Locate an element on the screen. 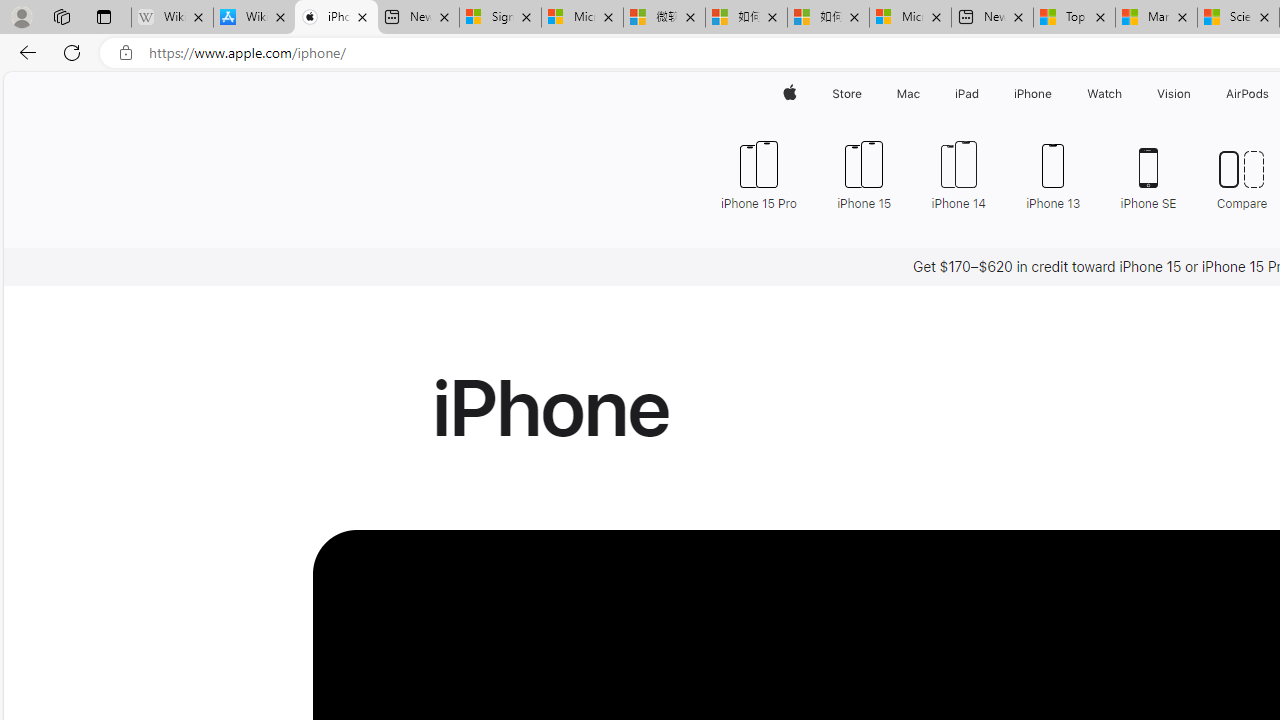  'Vision' is located at coordinates (1175, 93).